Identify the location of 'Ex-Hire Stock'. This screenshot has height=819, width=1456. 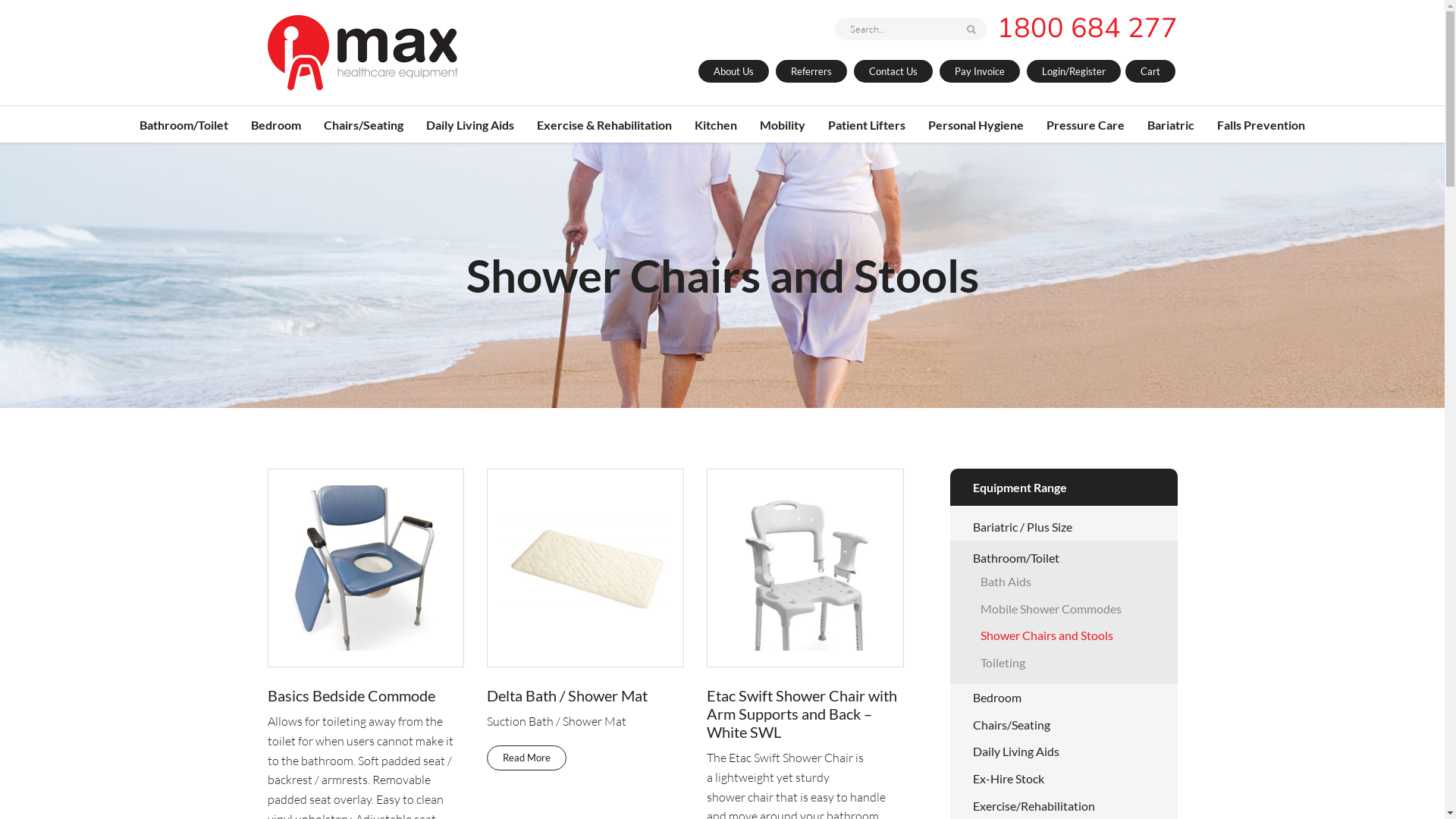
(1008, 778).